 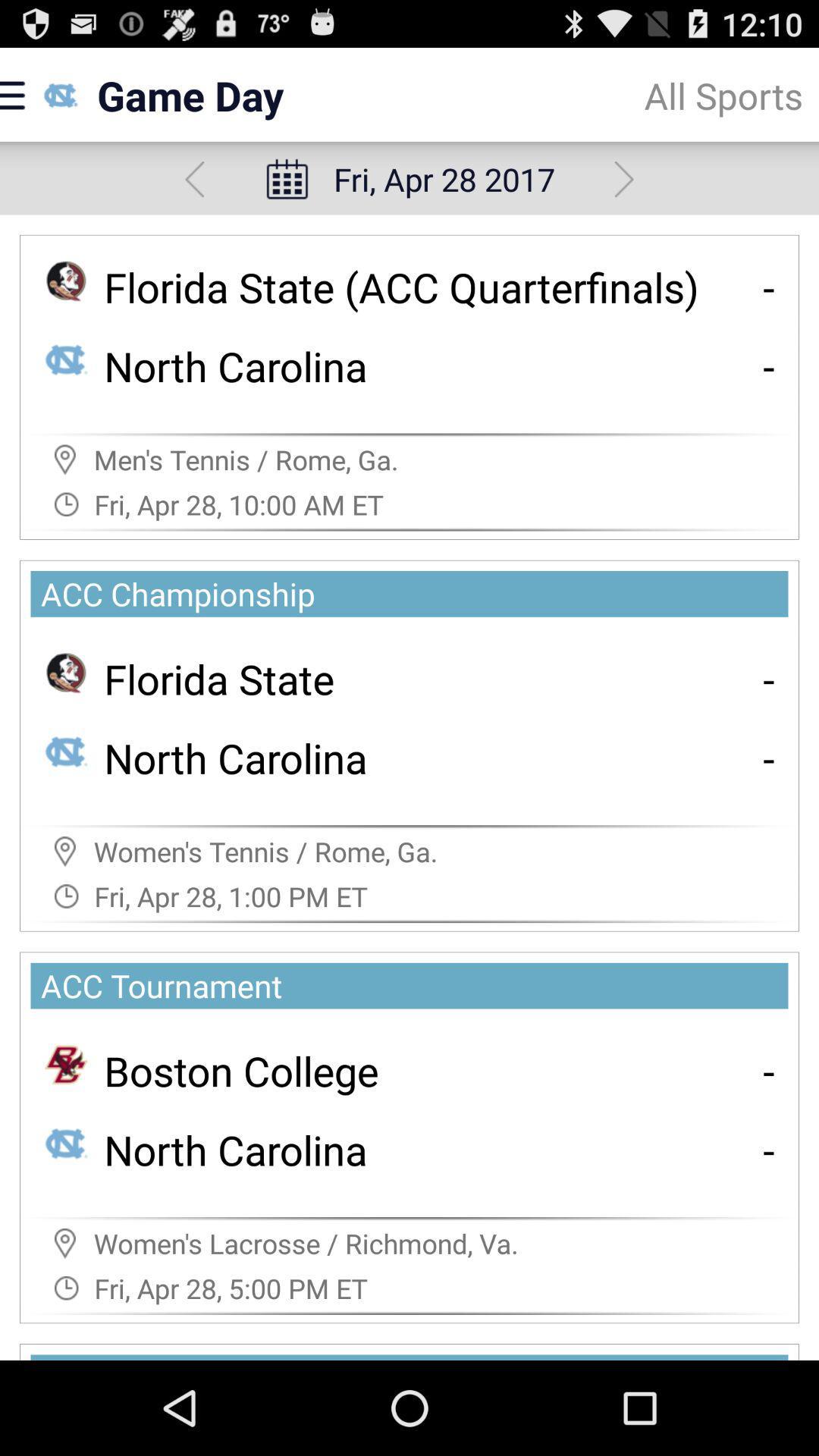 What do you see at coordinates (769, 366) in the screenshot?
I see `- icon` at bounding box center [769, 366].